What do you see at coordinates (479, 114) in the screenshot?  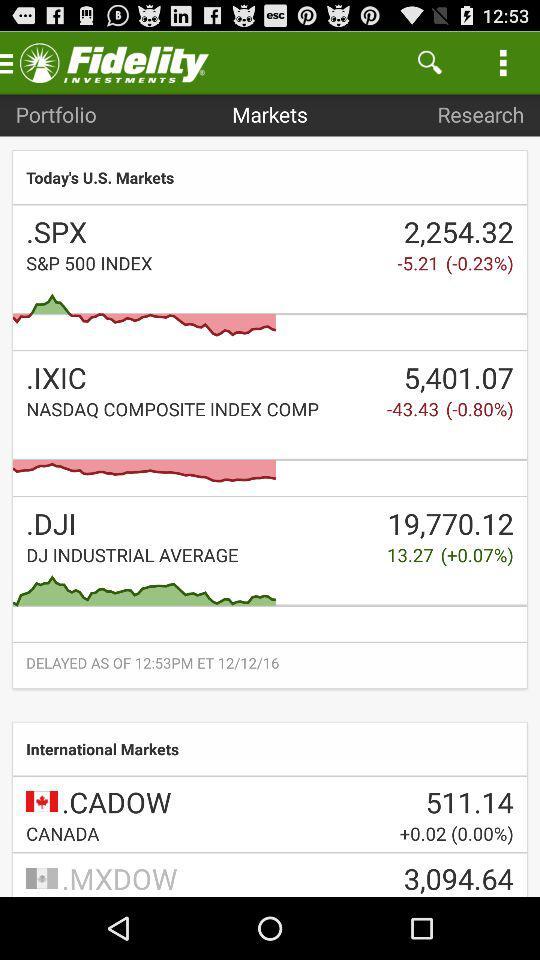 I see `the research app` at bounding box center [479, 114].